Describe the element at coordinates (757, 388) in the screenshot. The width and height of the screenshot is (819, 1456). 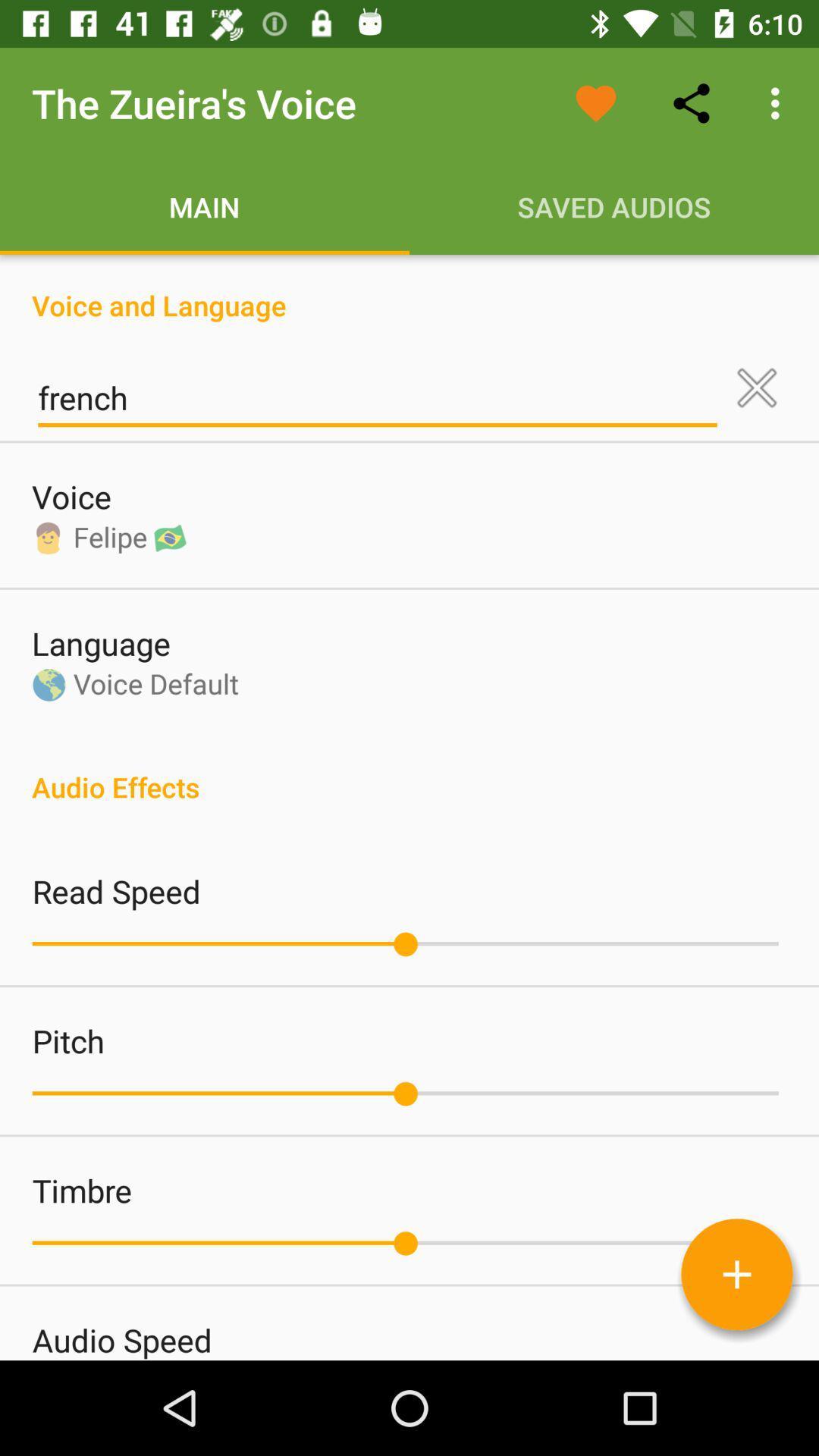
I see `icon above the audio effects` at that location.